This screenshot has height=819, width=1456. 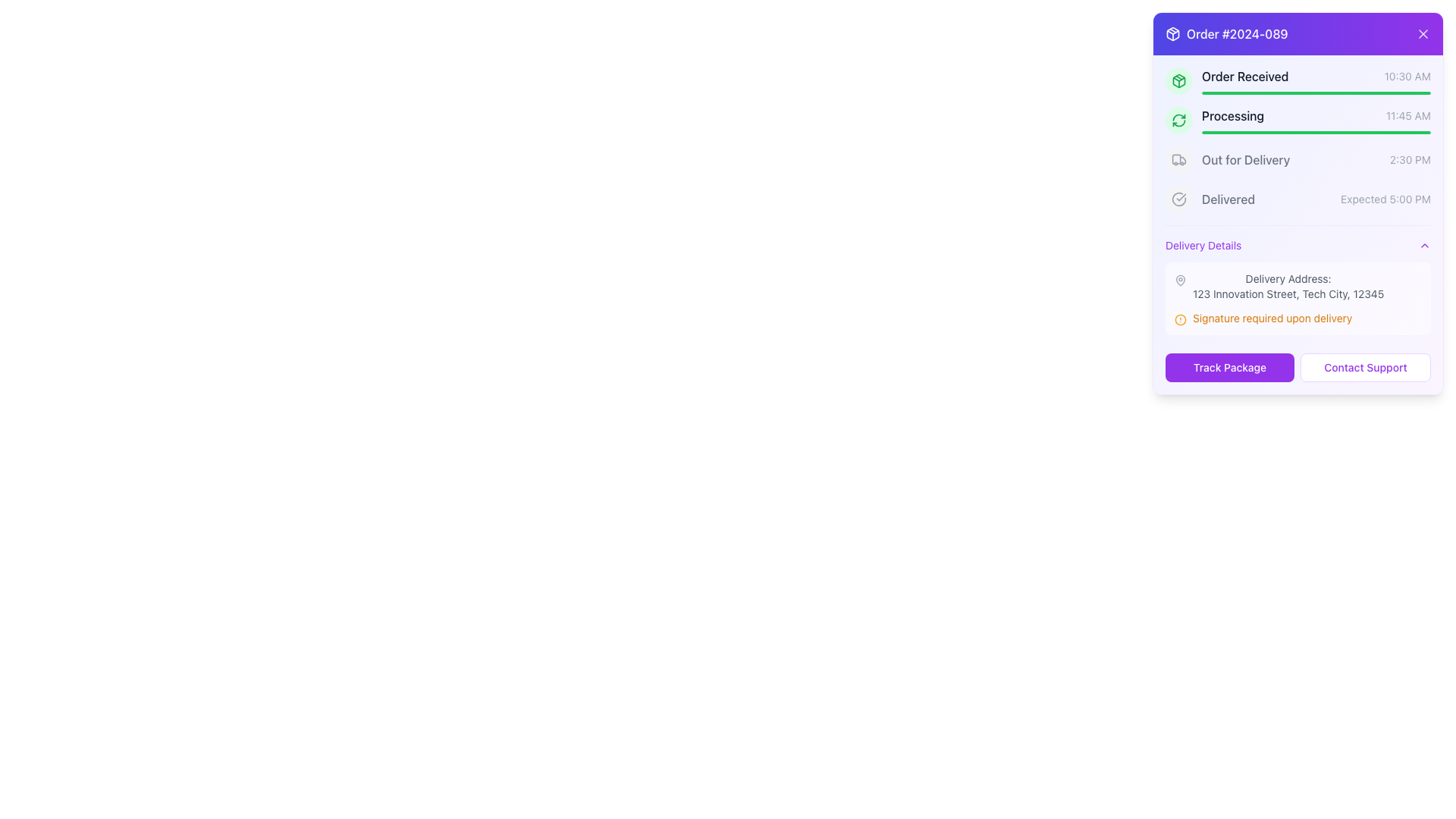 What do you see at coordinates (1179, 318) in the screenshot?
I see `the delivery warning icon located in the 'Delivery Details' section, adjacent to the signature requirements text` at bounding box center [1179, 318].